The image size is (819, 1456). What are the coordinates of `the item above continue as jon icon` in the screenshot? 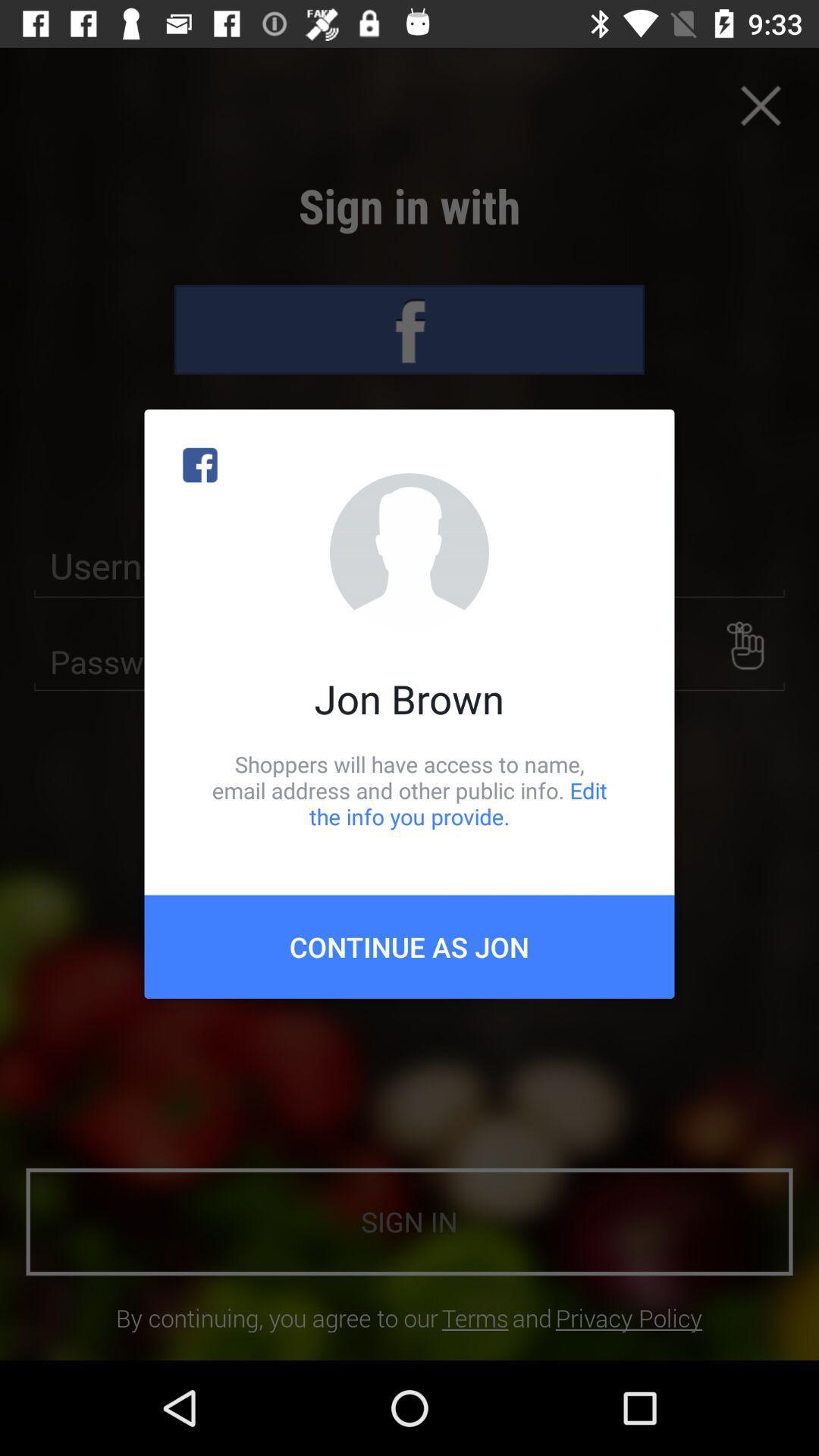 It's located at (409, 789).